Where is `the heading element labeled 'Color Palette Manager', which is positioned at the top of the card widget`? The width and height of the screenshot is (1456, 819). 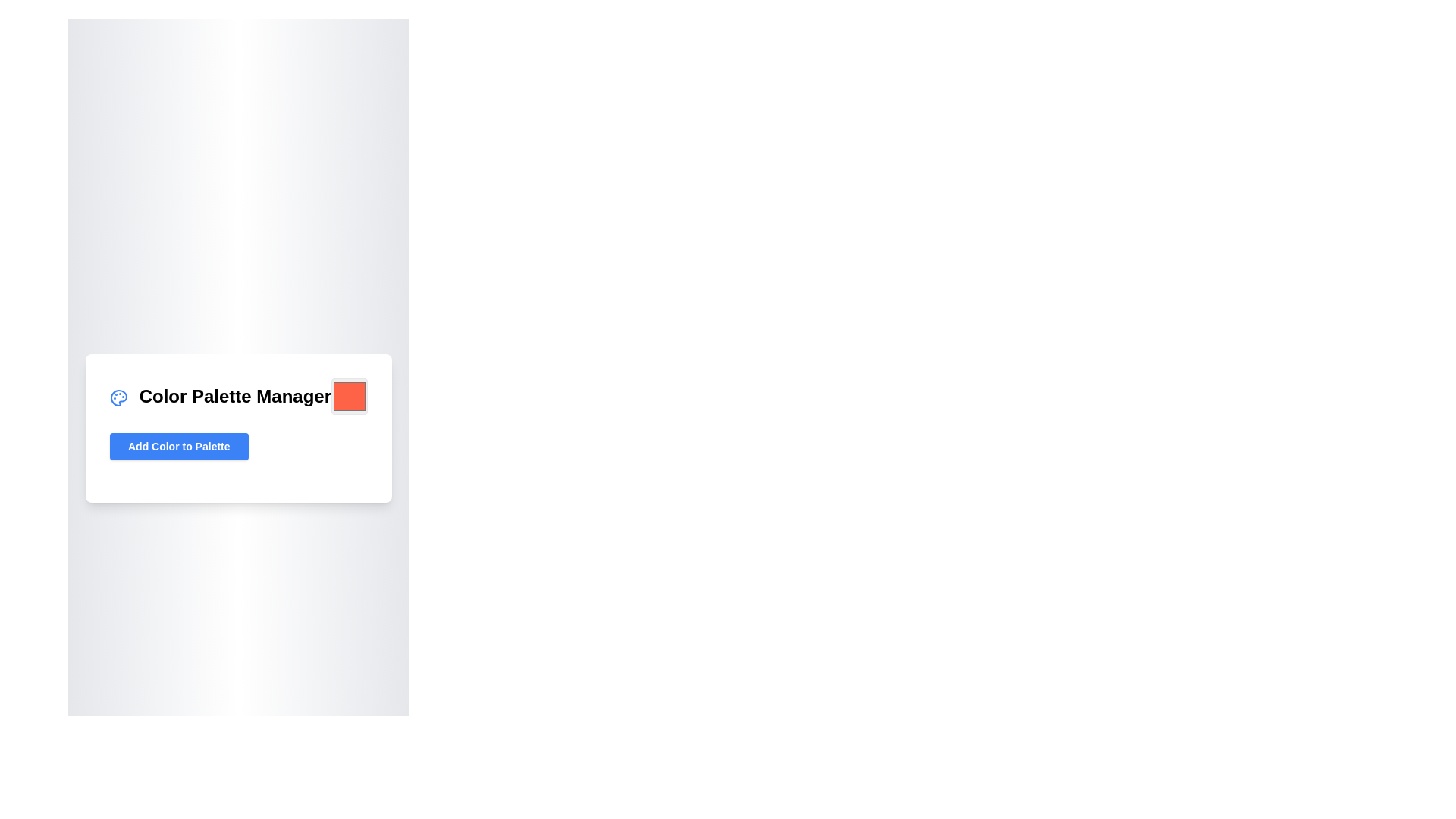 the heading element labeled 'Color Palette Manager', which is positioned at the top of the card widget is located at coordinates (238, 396).